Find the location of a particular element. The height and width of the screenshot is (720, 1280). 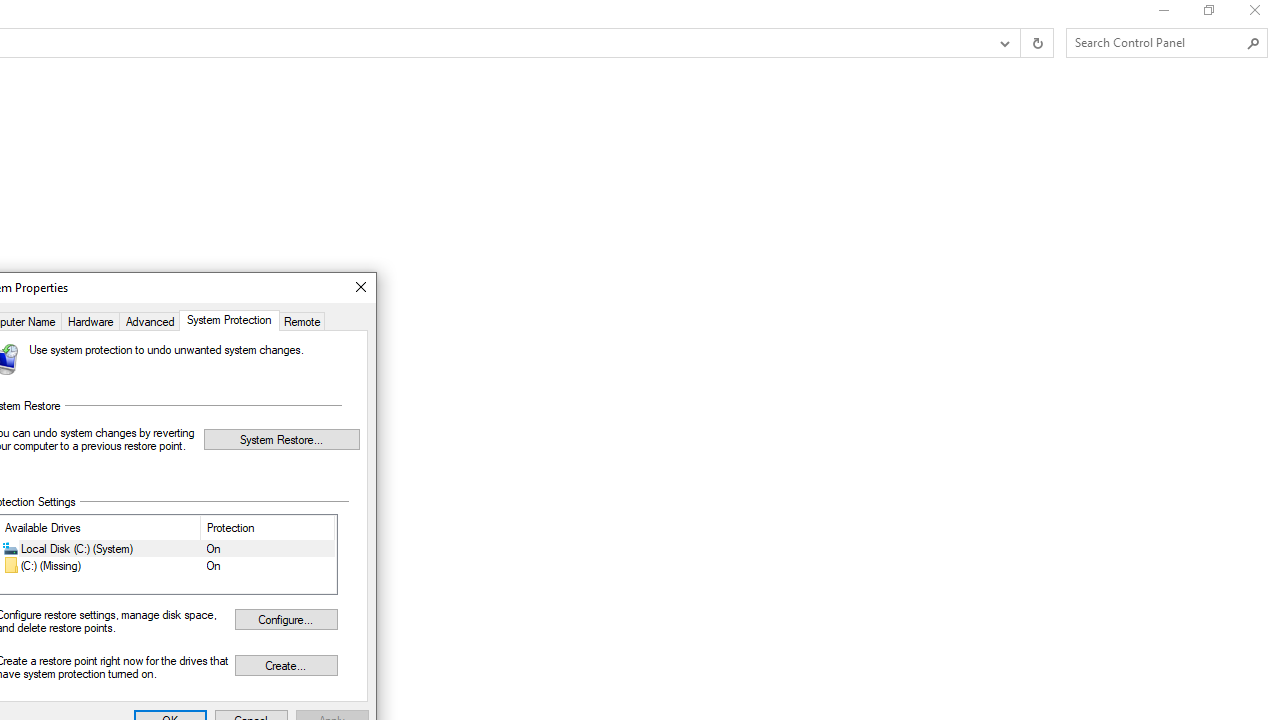

'System Restore...' is located at coordinates (281, 438).